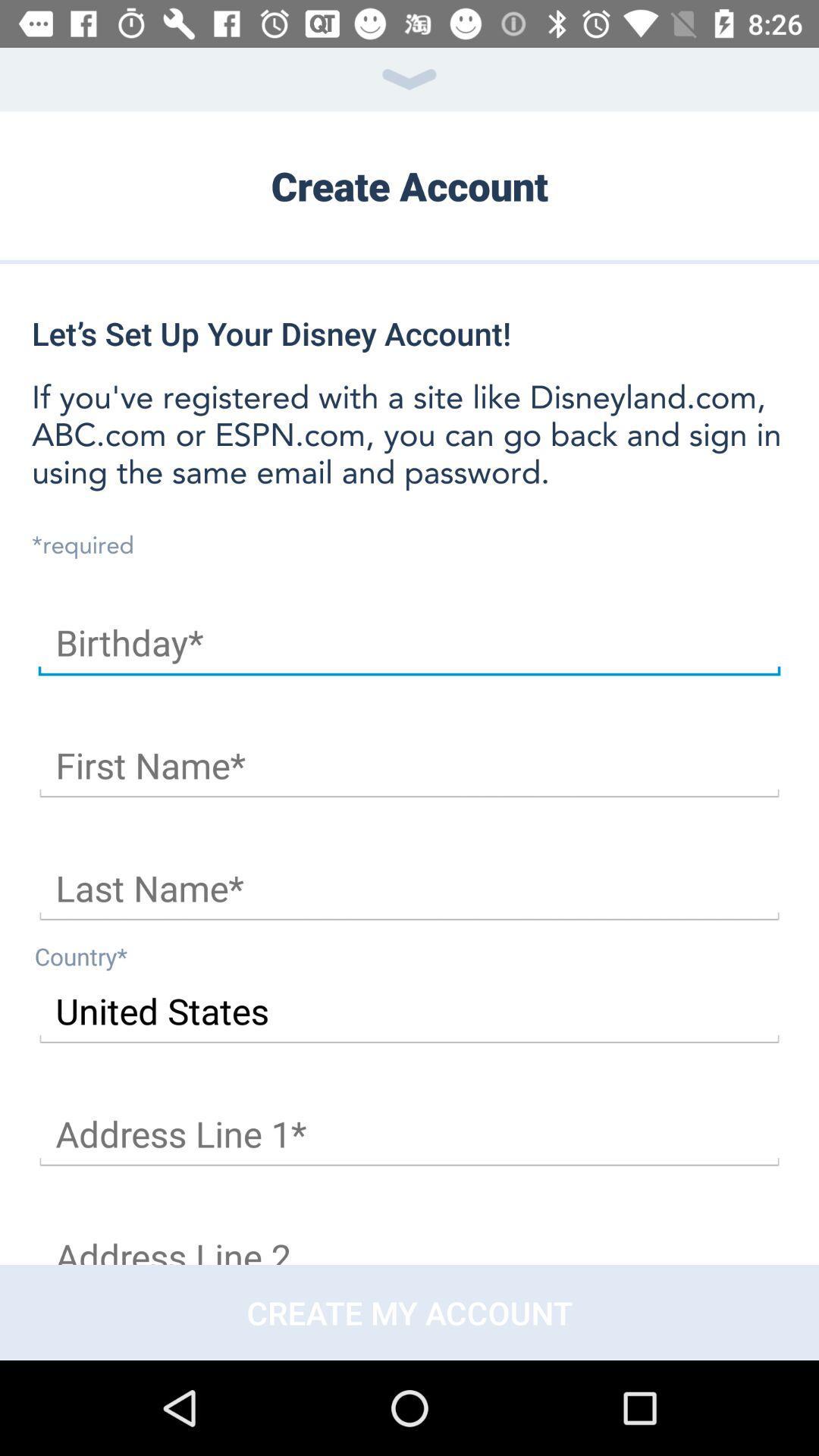 Image resolution: width=819 pixels, height=1456 pixels. Describe the element at coordinates (409, 1241) in the screenshot. I see `address line 2 entry field` at that location.